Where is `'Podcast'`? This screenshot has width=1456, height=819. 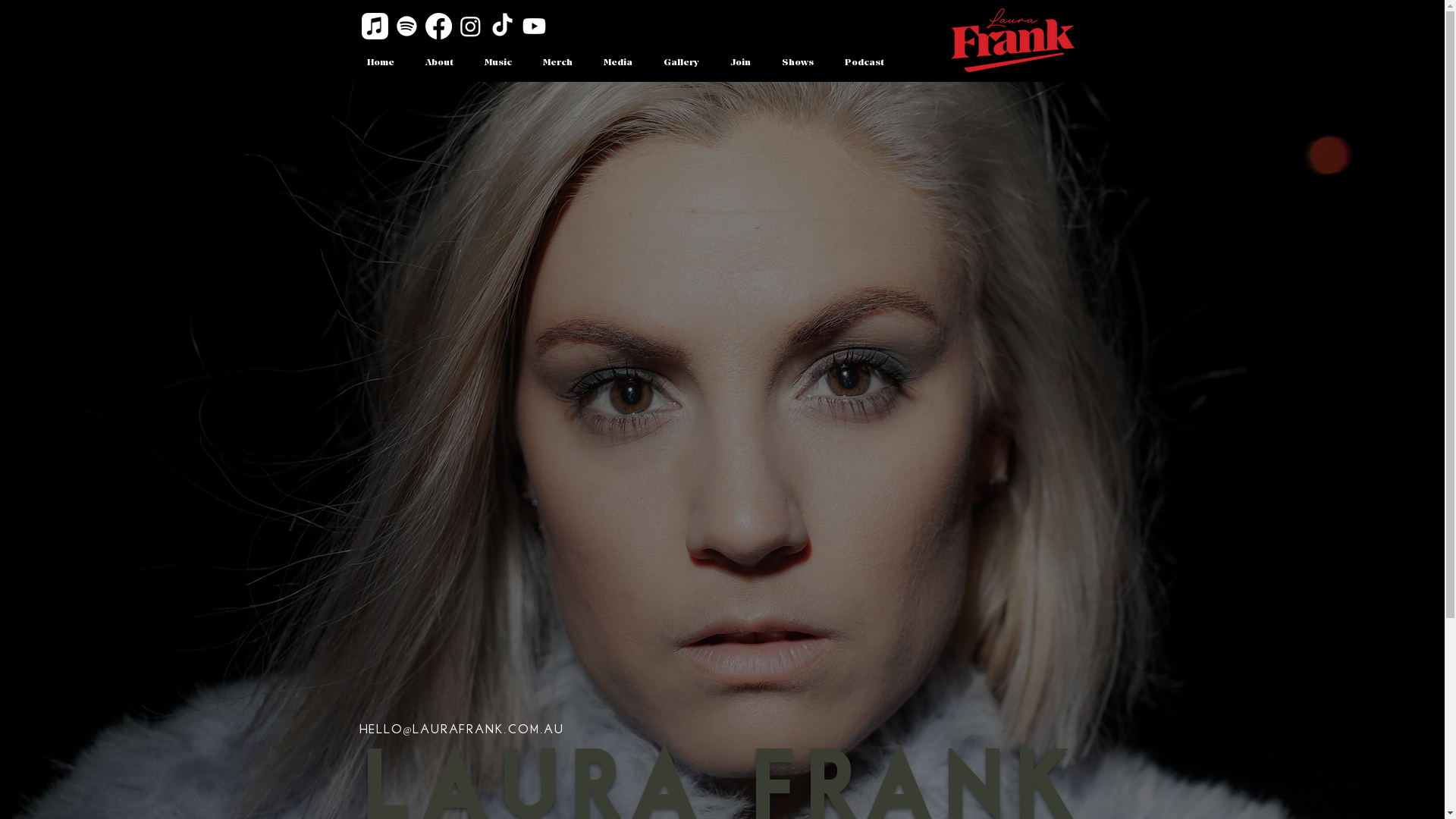 'Podcast' is located at coordinates (864, 62).